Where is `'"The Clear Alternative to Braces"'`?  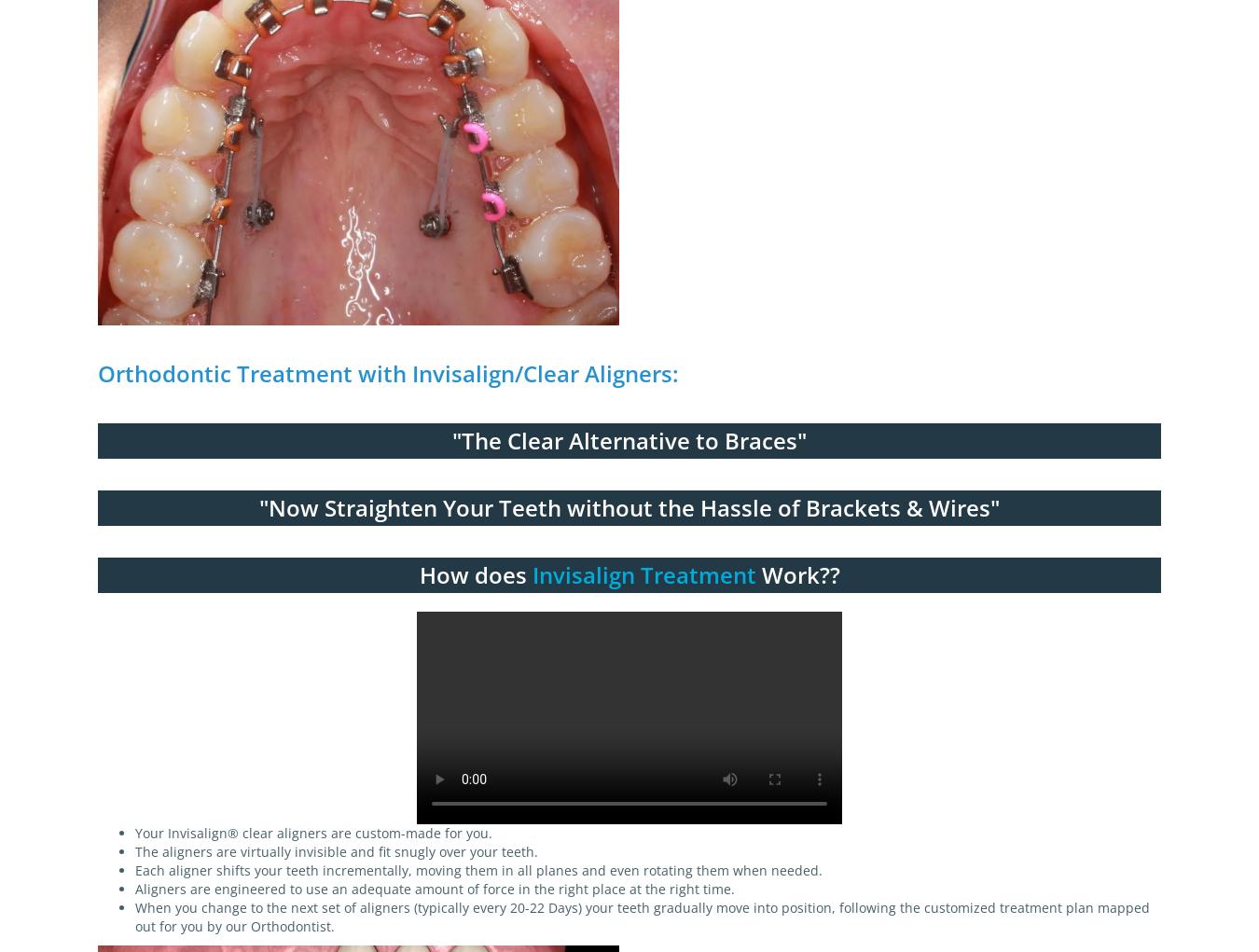
'"The Clear Alternative to Braces"' is located at coordinates (629, 439).